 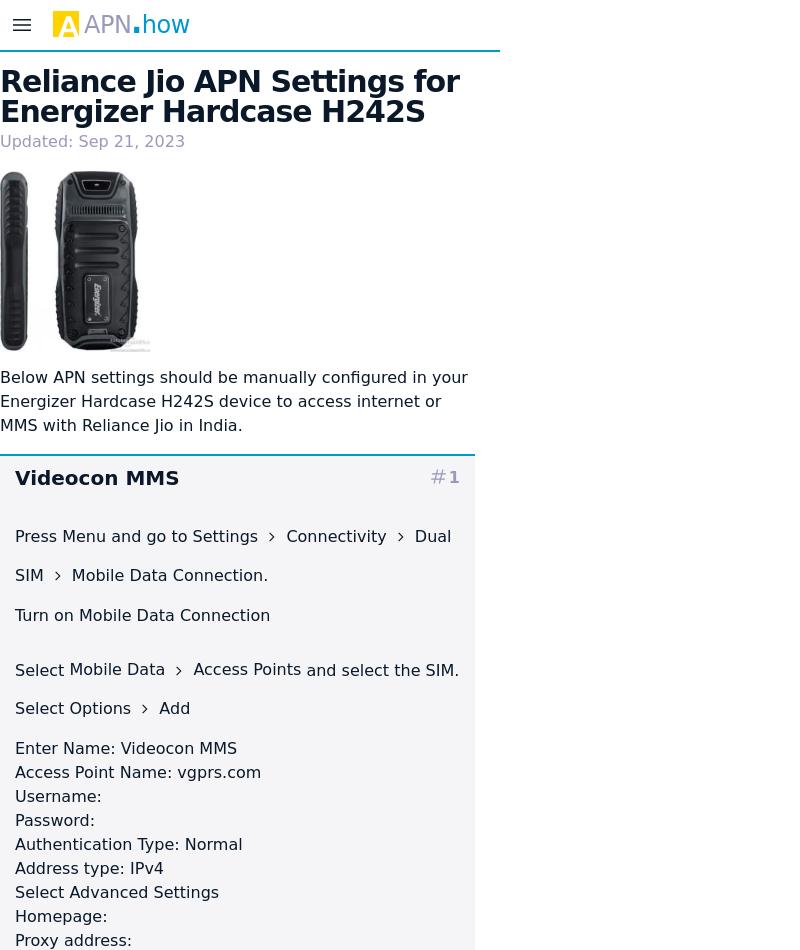 What do you see at coordinates (53, 819) in the screenshot?
I see `'Password:'` at bounding box center [53, 819].